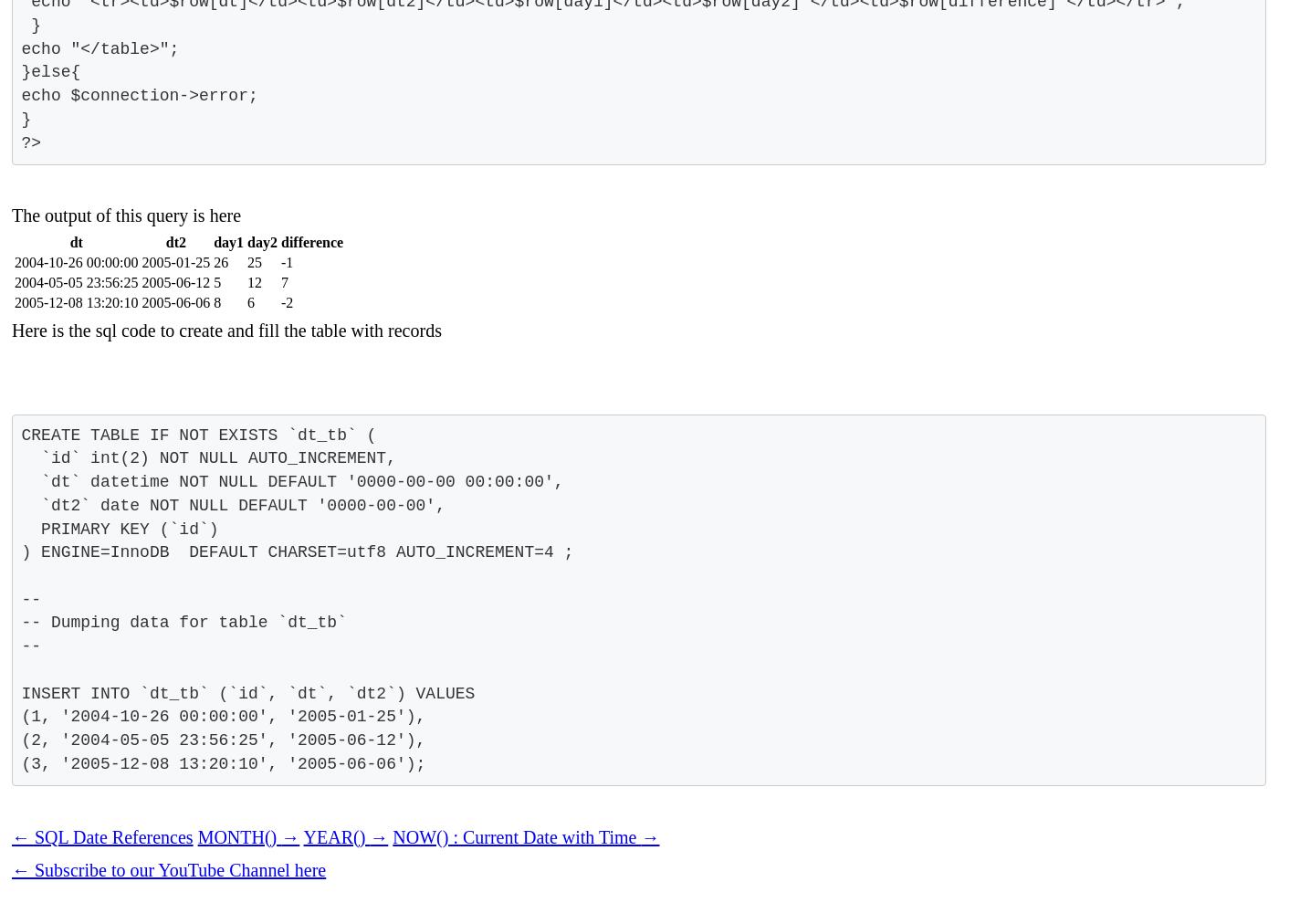 This screenshot has height=924, width=1300. I want to click on '2004-10-26 00:00:00', so click(76, 261).